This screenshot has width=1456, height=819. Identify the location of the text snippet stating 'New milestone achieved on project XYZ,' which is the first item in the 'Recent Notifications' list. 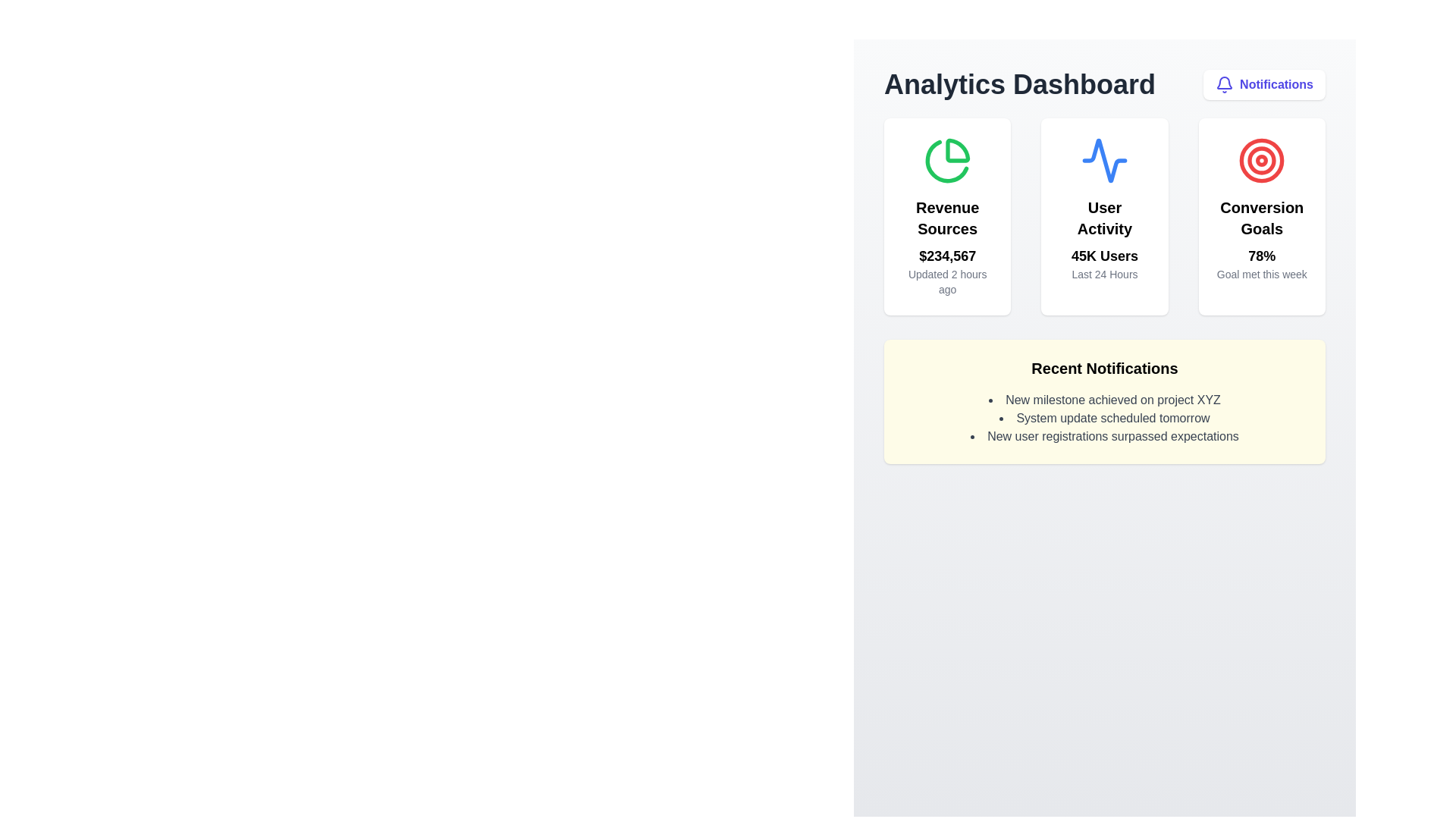
(1105, 400).